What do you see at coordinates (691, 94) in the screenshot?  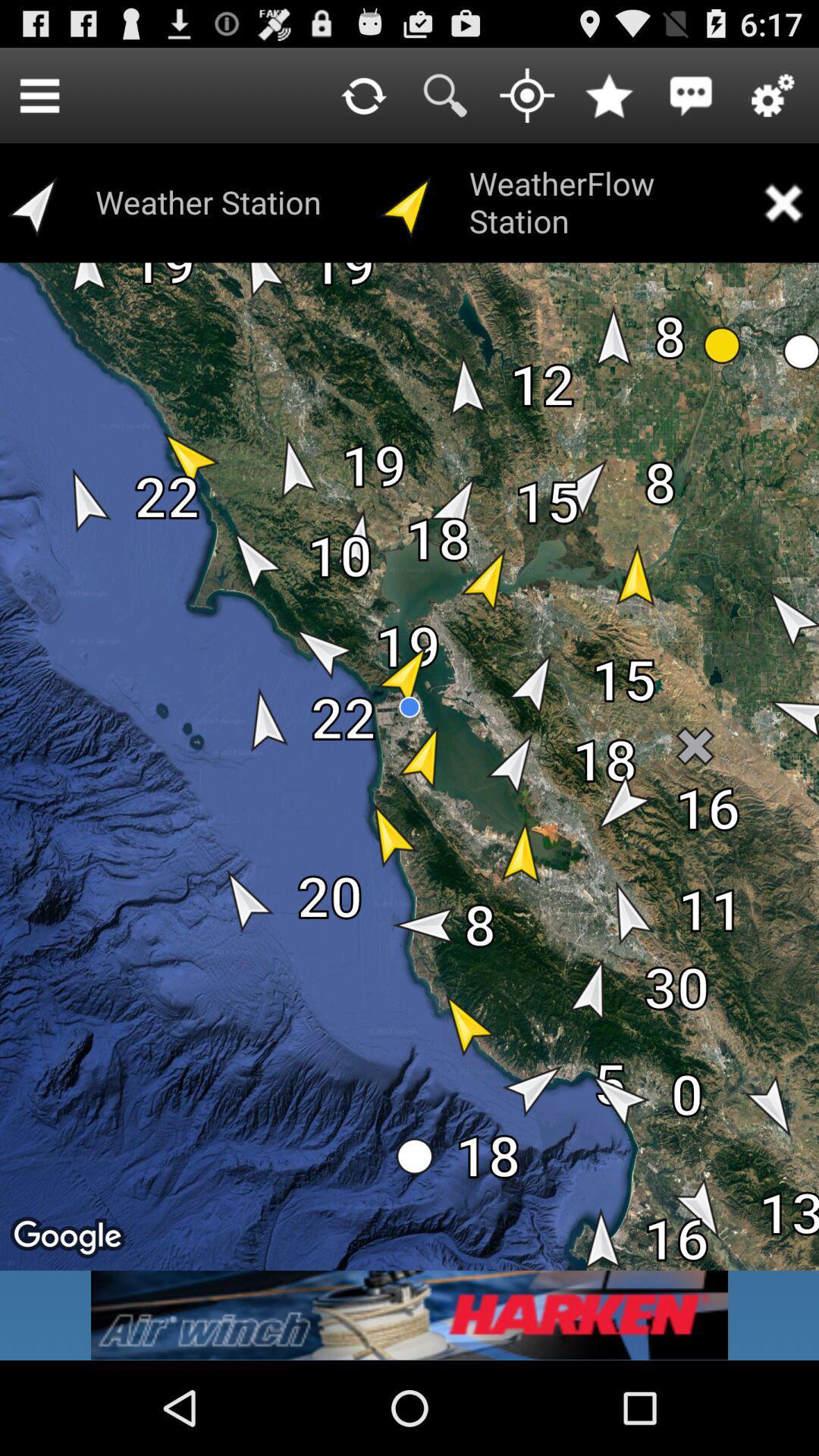 I see `message` at bounding box center [691, 94].